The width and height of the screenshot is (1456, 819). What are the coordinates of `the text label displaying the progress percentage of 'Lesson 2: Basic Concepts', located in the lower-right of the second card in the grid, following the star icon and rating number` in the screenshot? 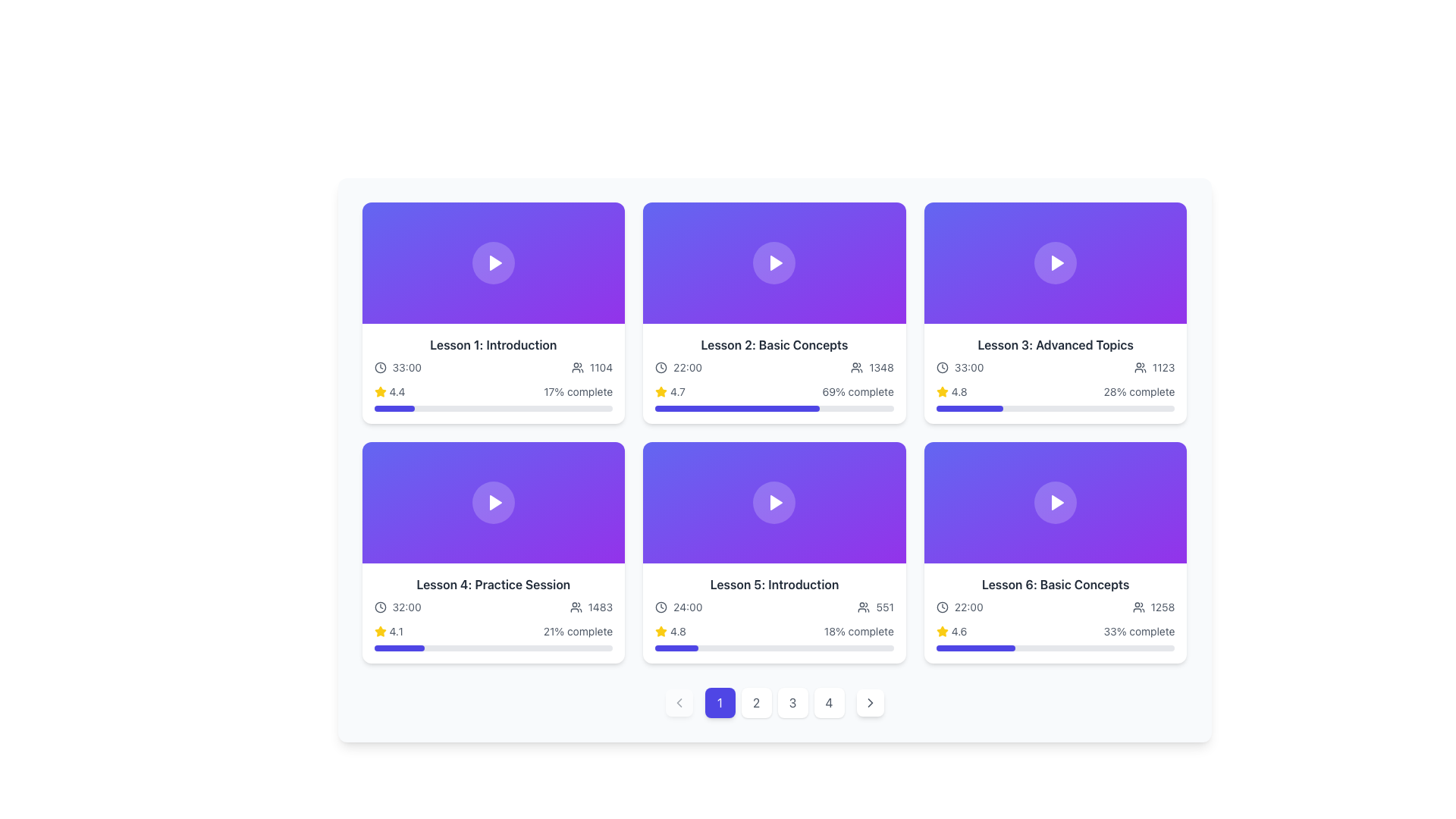 It's located at (858, 391).